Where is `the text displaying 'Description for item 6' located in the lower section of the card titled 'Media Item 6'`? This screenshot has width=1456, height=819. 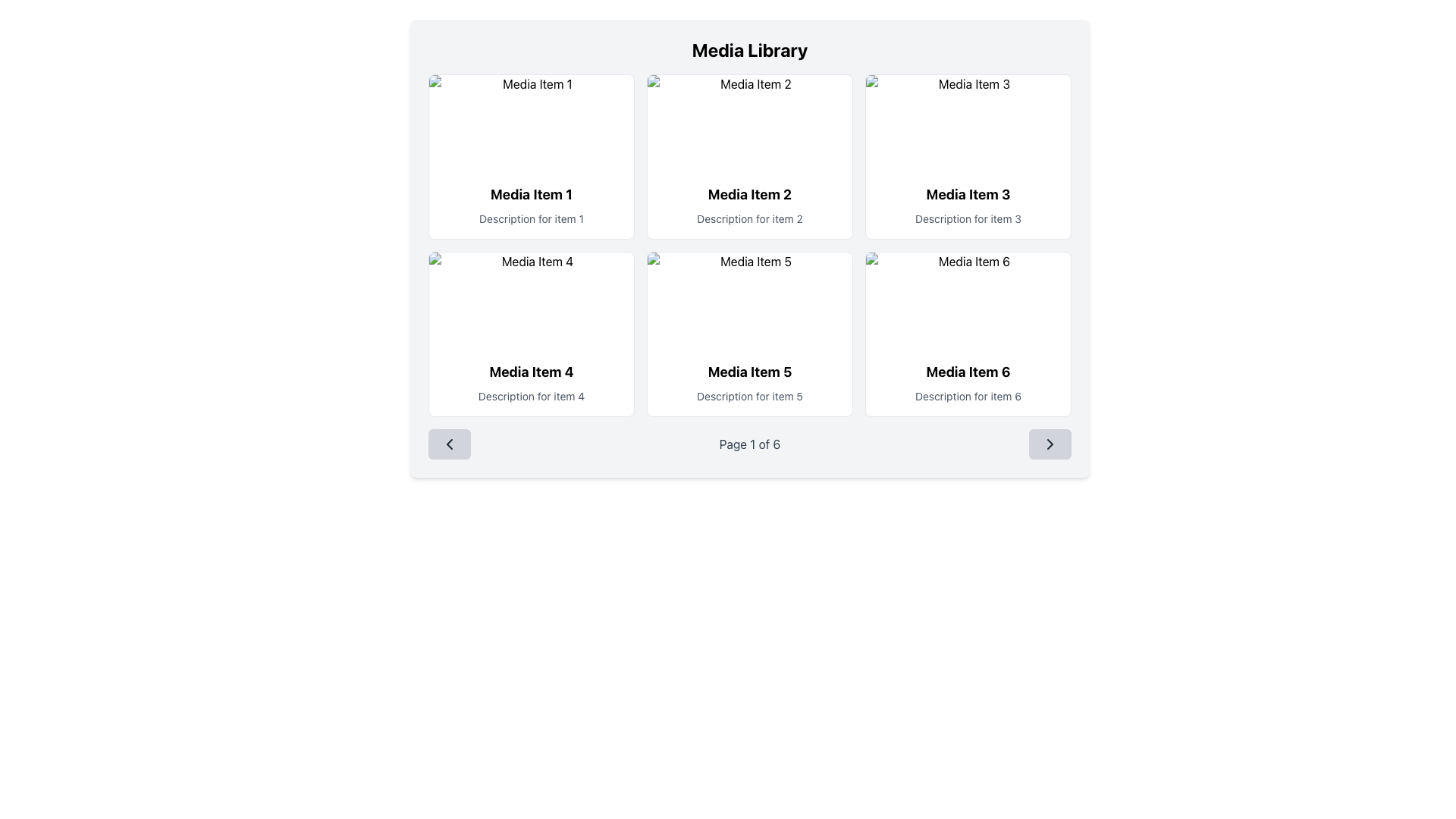 the text displaying 'Description for item 6' located in the lower section of the card titled 'Media Item 6' is located at coordinates (967, 396).